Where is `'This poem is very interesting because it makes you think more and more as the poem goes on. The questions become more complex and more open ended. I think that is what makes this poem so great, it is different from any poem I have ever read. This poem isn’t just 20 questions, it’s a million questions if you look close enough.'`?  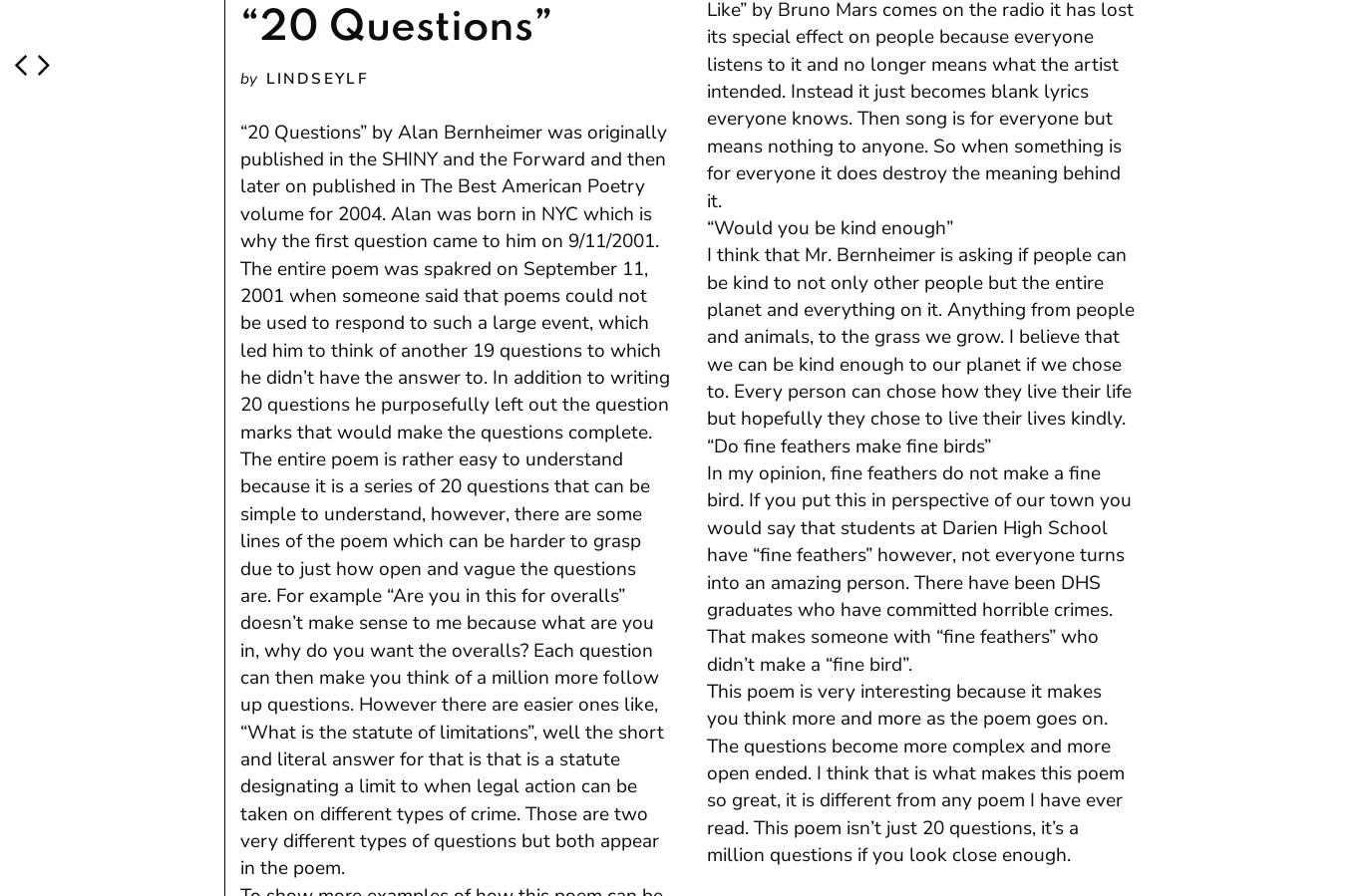 'This poem is very interesting because it makes you think more and more as the poem goes on. The questions become more complex and more open ended. I think that is what makes this poem so great, it is different from any poem I have ever read. This poem isn’t just 20 questions, it’s a million questions if you look close enough.' is located at coordinates (705, 772).